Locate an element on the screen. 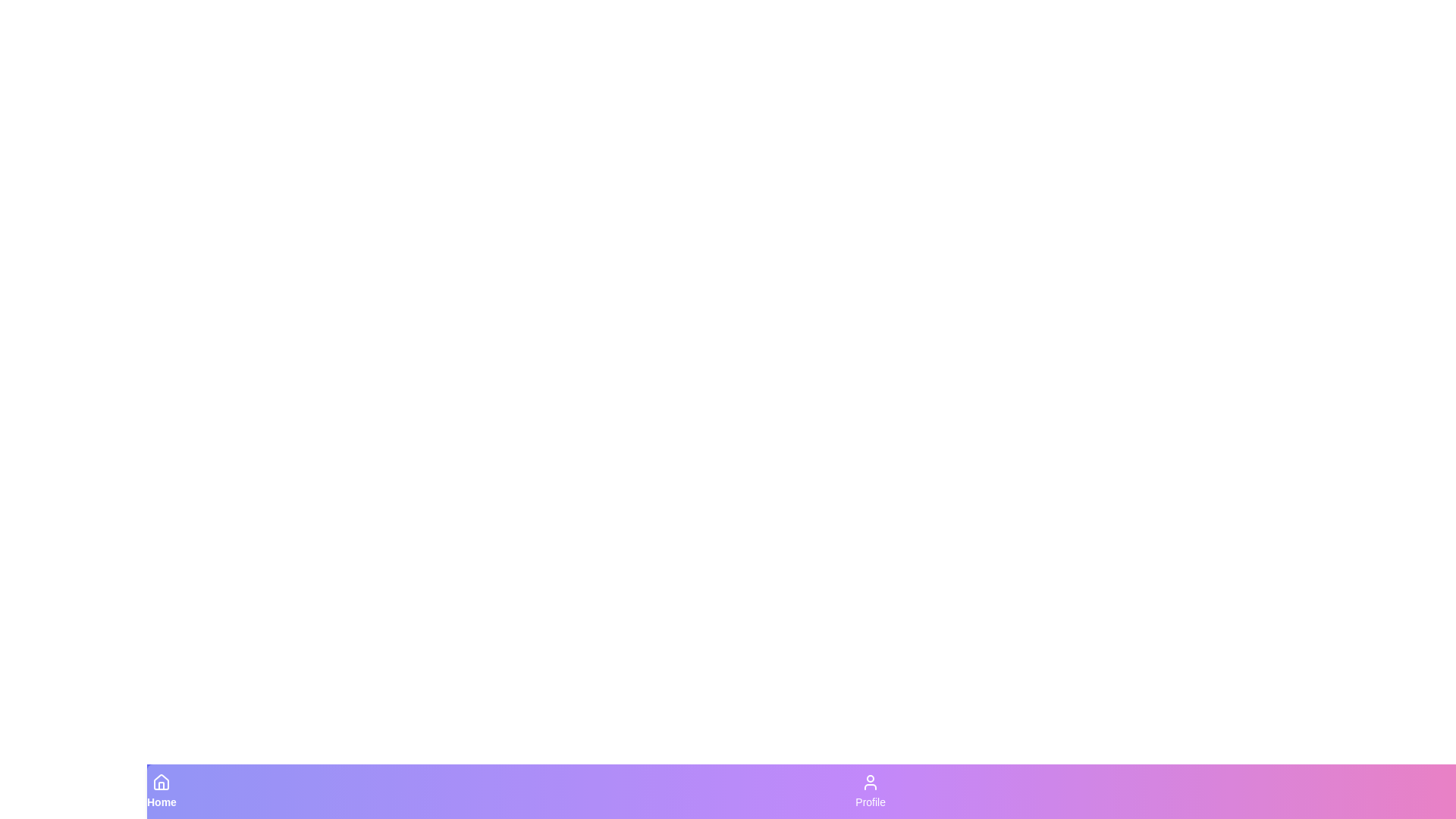 The height and width of the screenshot is (819, 1456). the Profile navigation item to change the active view is located at coordinates (870, 791).